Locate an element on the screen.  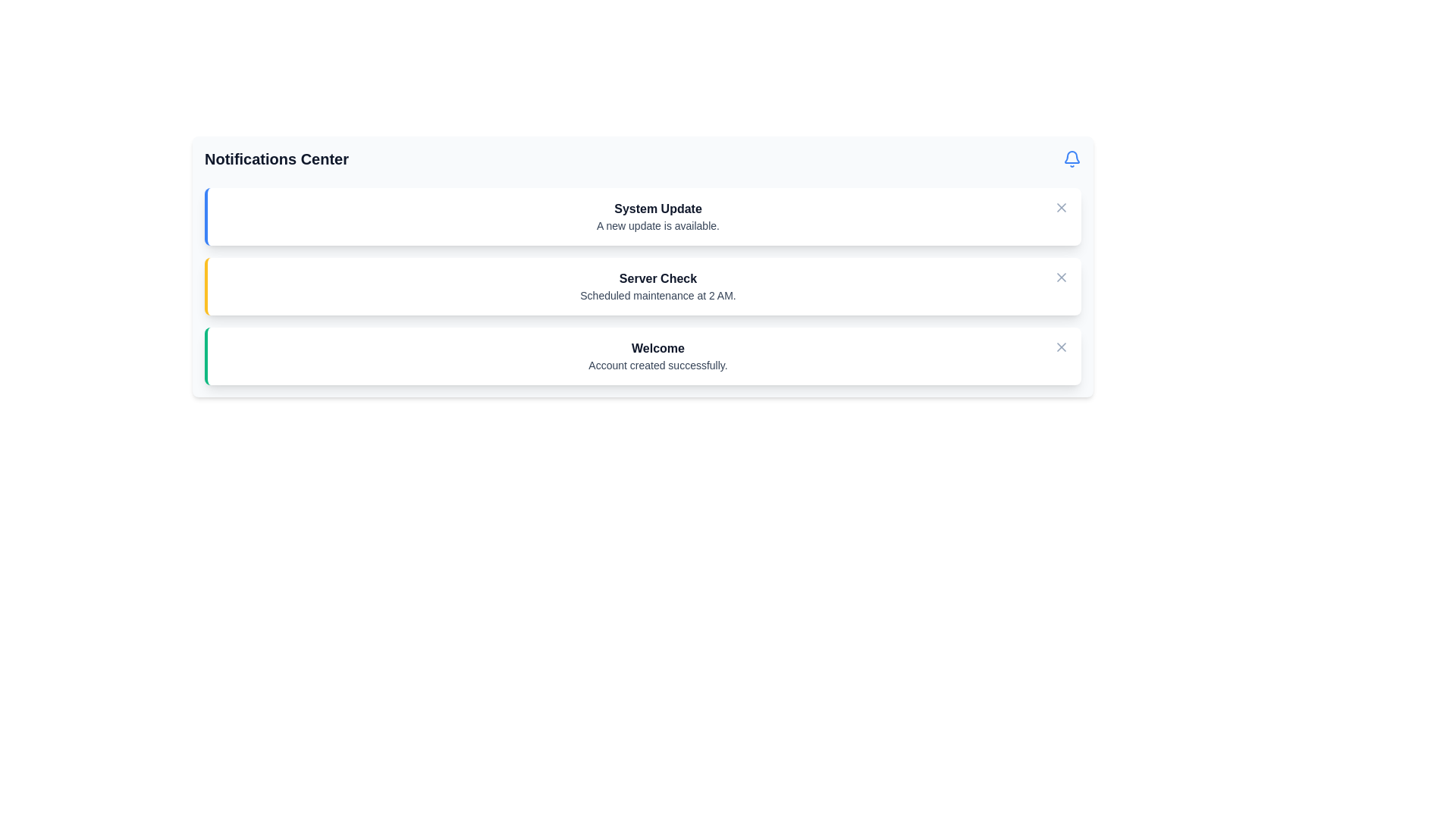
the close button icon in the top-right corner of the 'Server Check: Scheduled maintenance at 2 AM.' notification card is located at coordinates (1061, 278).